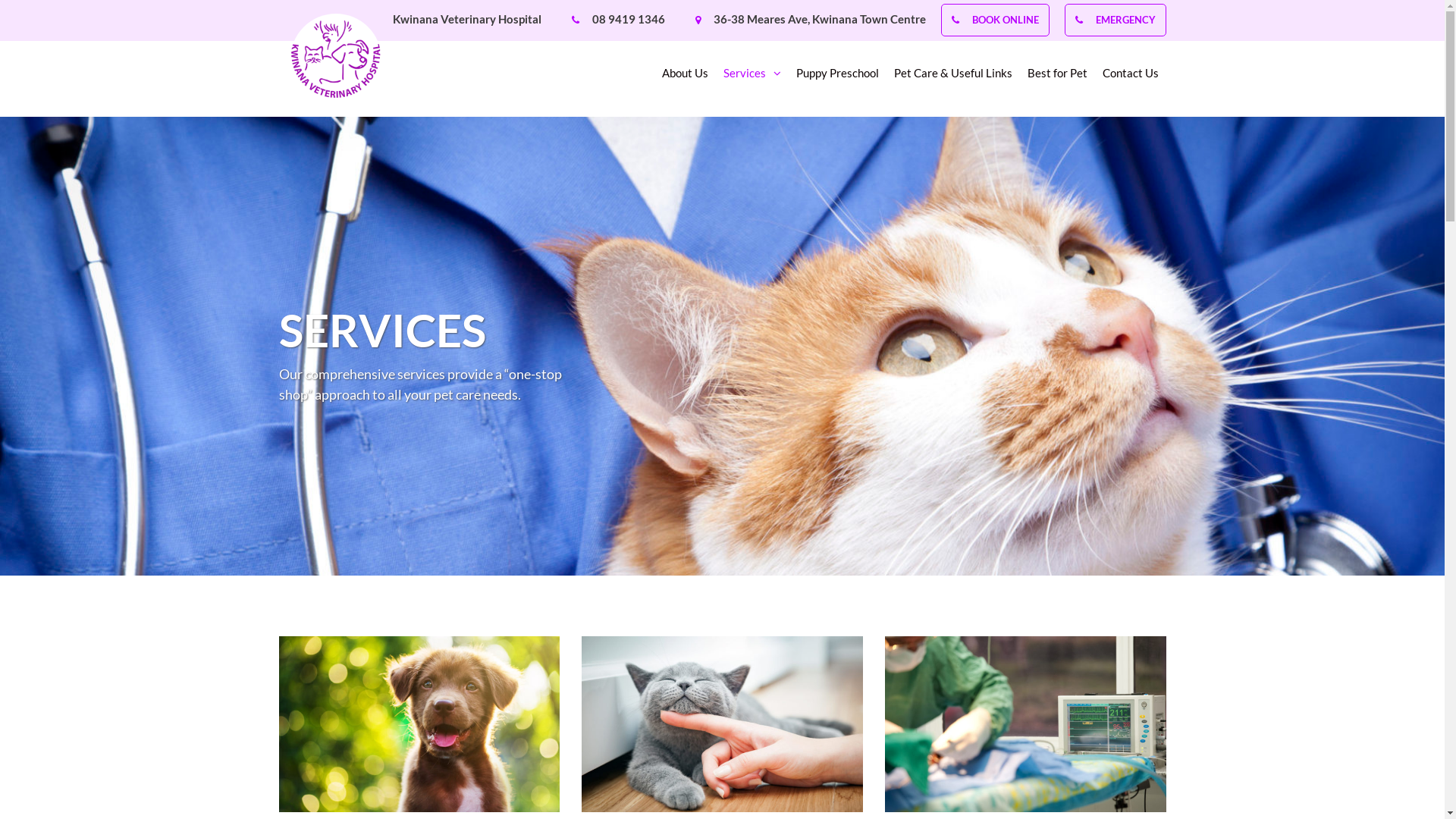 The height and width of the screenshot is (819, 1456). I want to click on 'Pet Care & Useful Links', so click(952, 77).